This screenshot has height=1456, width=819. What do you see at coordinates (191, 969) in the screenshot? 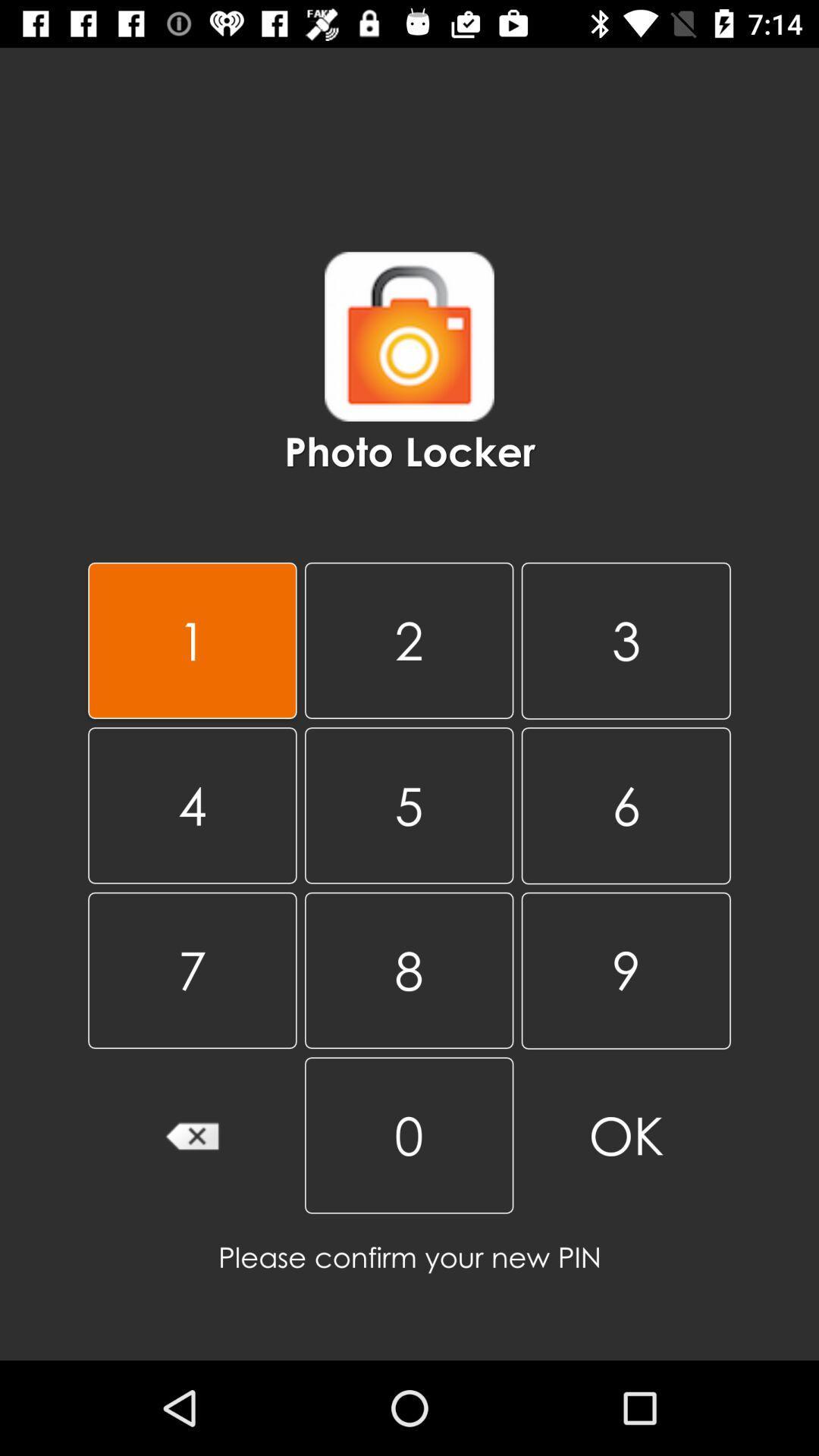
I see `the item below 4` at bounding box center [191, 969].